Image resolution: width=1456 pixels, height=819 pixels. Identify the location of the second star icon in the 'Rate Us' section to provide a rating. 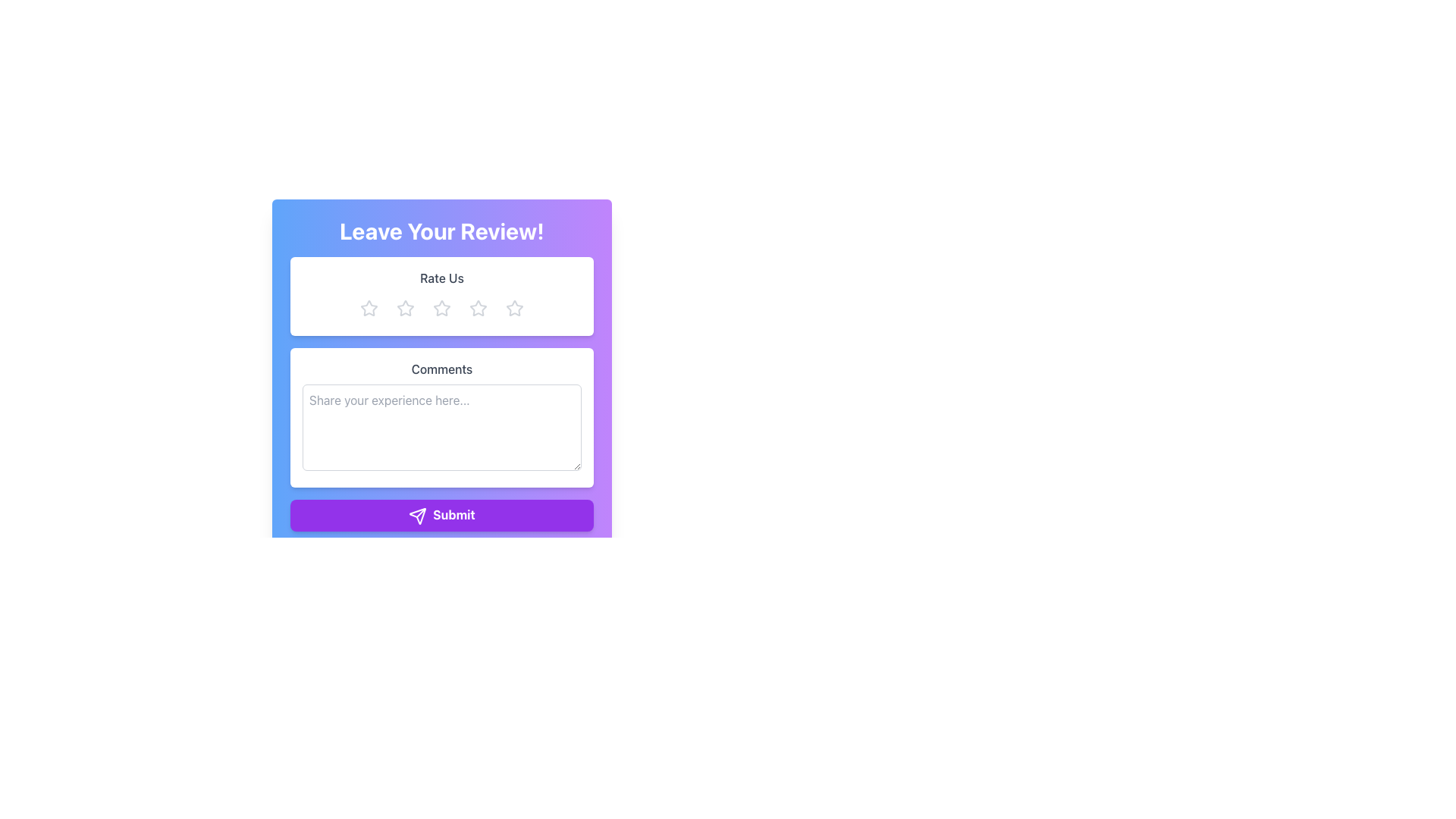
(441, 307).